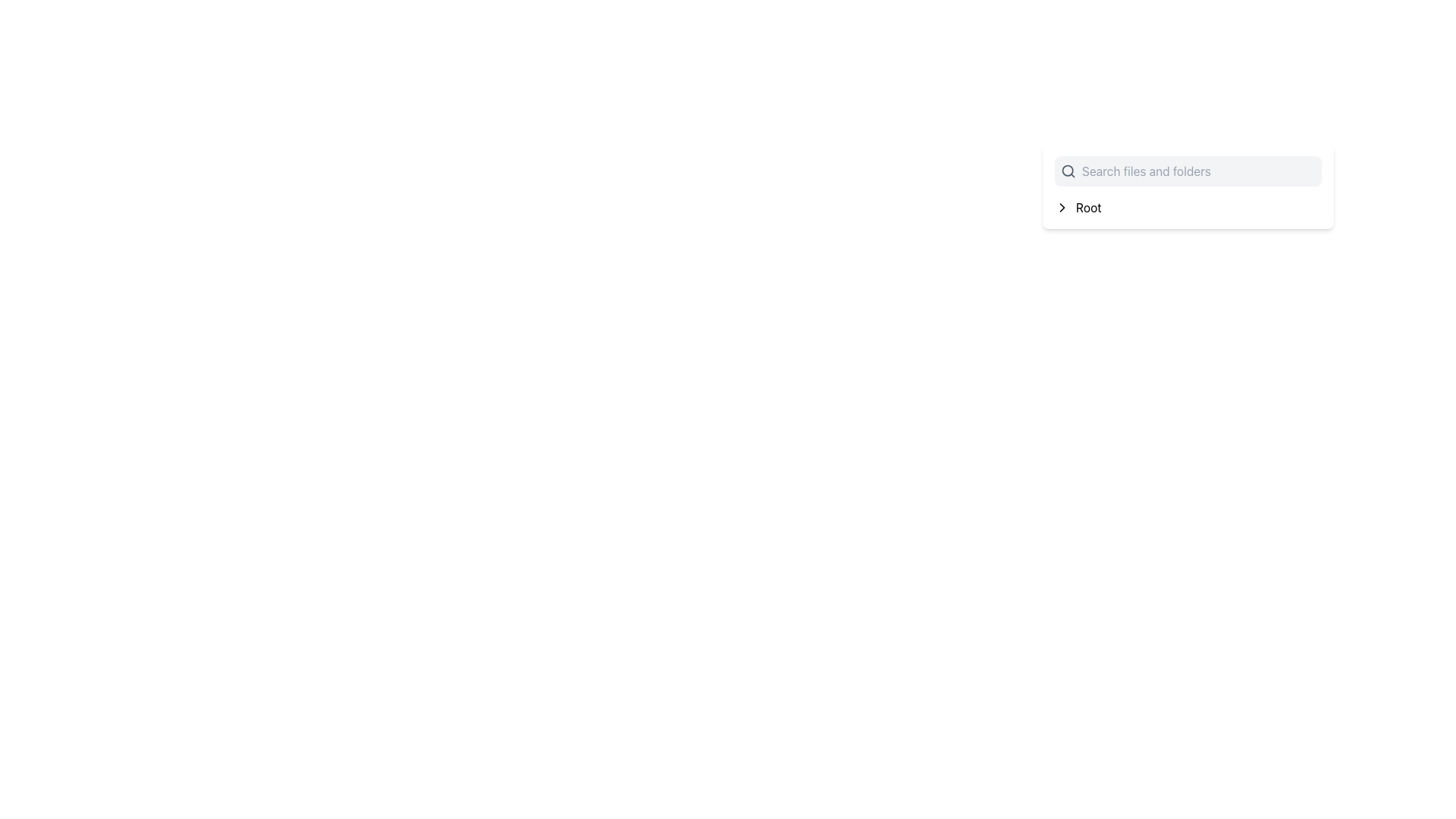 This screenshot has height=819, width=1456. I want to click on the circular feature of the magnifying glass icon, which signifies search functionality, located at the far left of the search bar in the header area, so click(1067, 171).